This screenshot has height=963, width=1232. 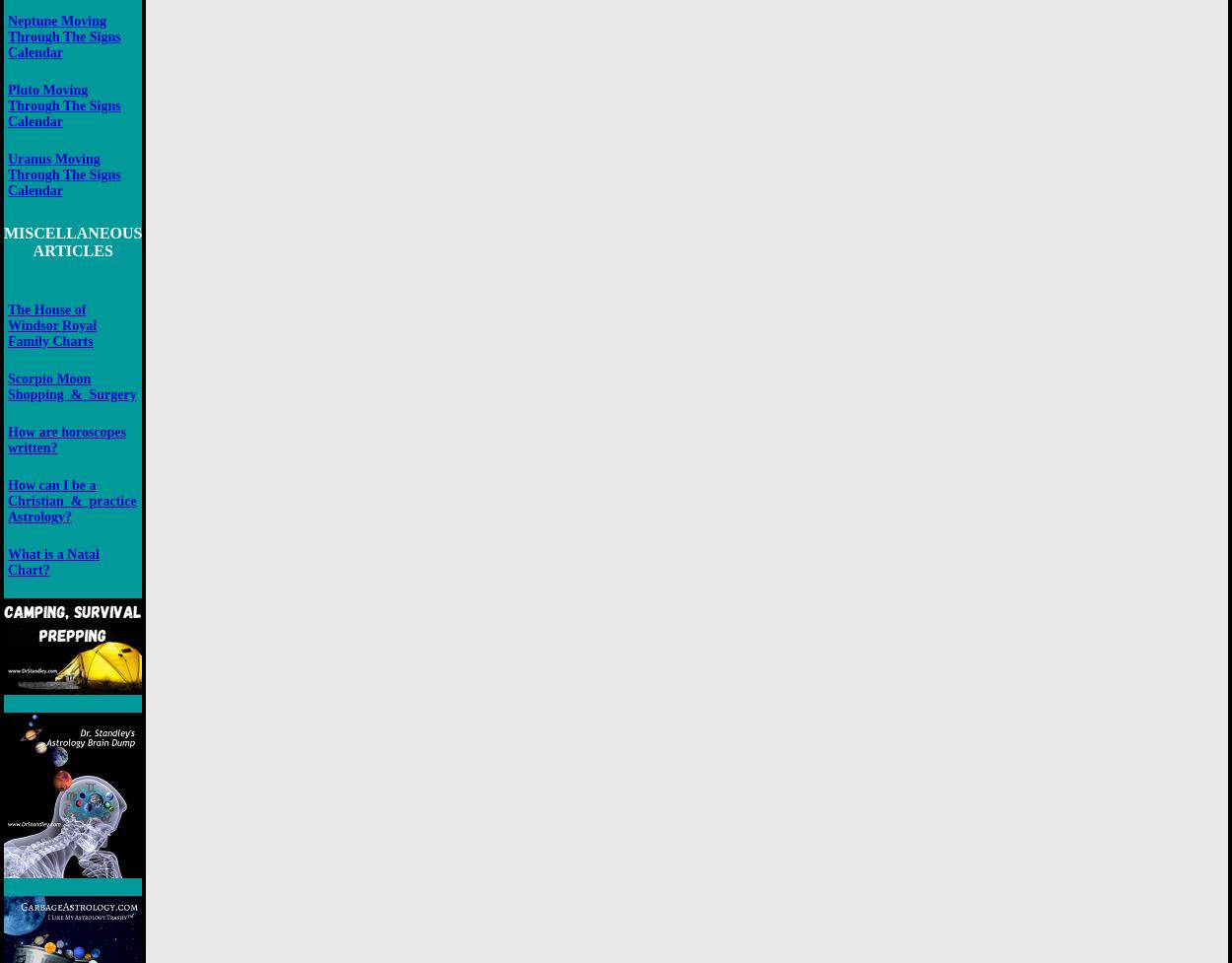 I want to click on 'What is a Natal Chart?', so click(x=53, y=560).